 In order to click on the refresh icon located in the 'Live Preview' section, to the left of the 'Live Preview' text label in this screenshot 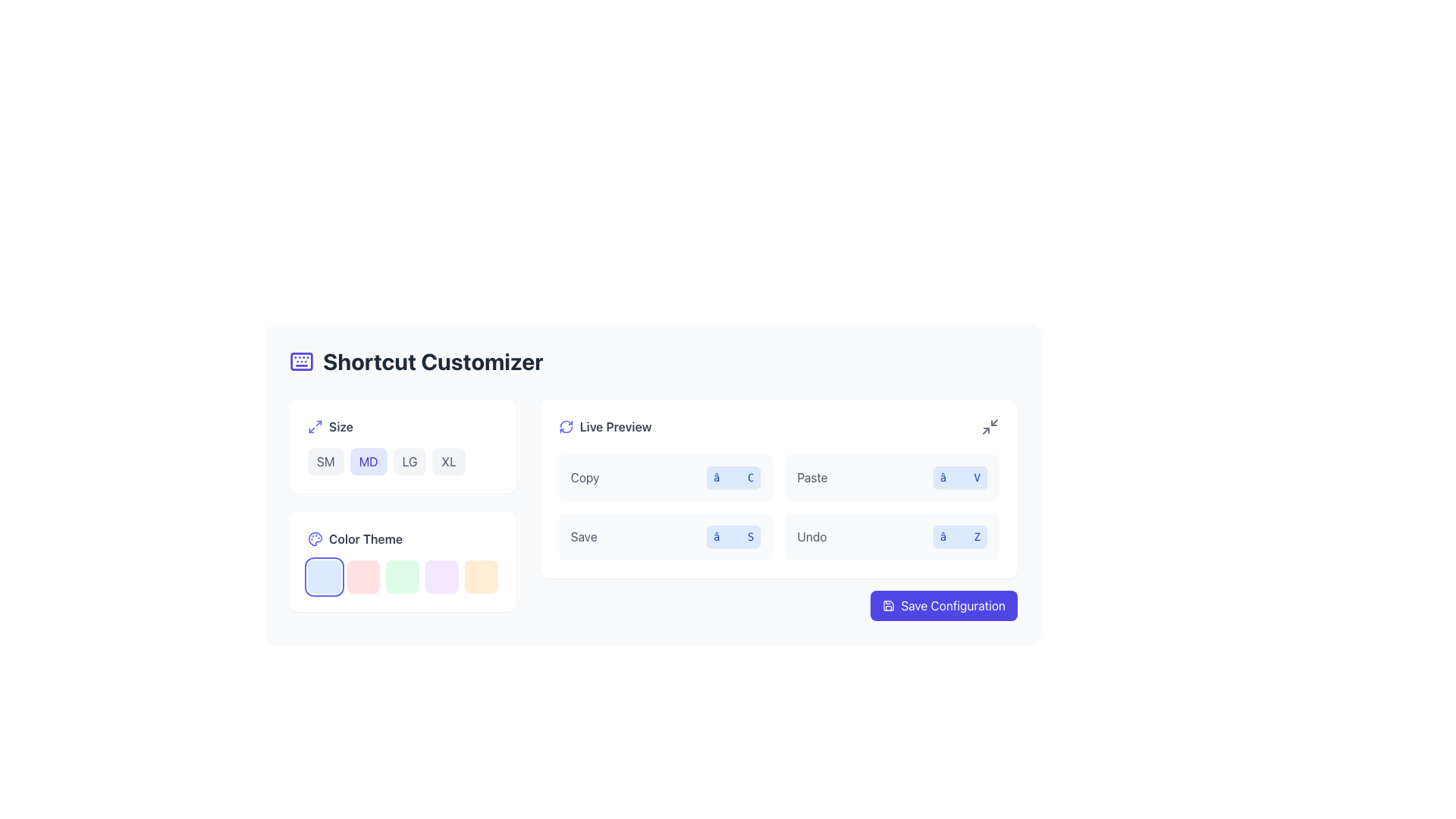, I will do `click(565, 427)`.